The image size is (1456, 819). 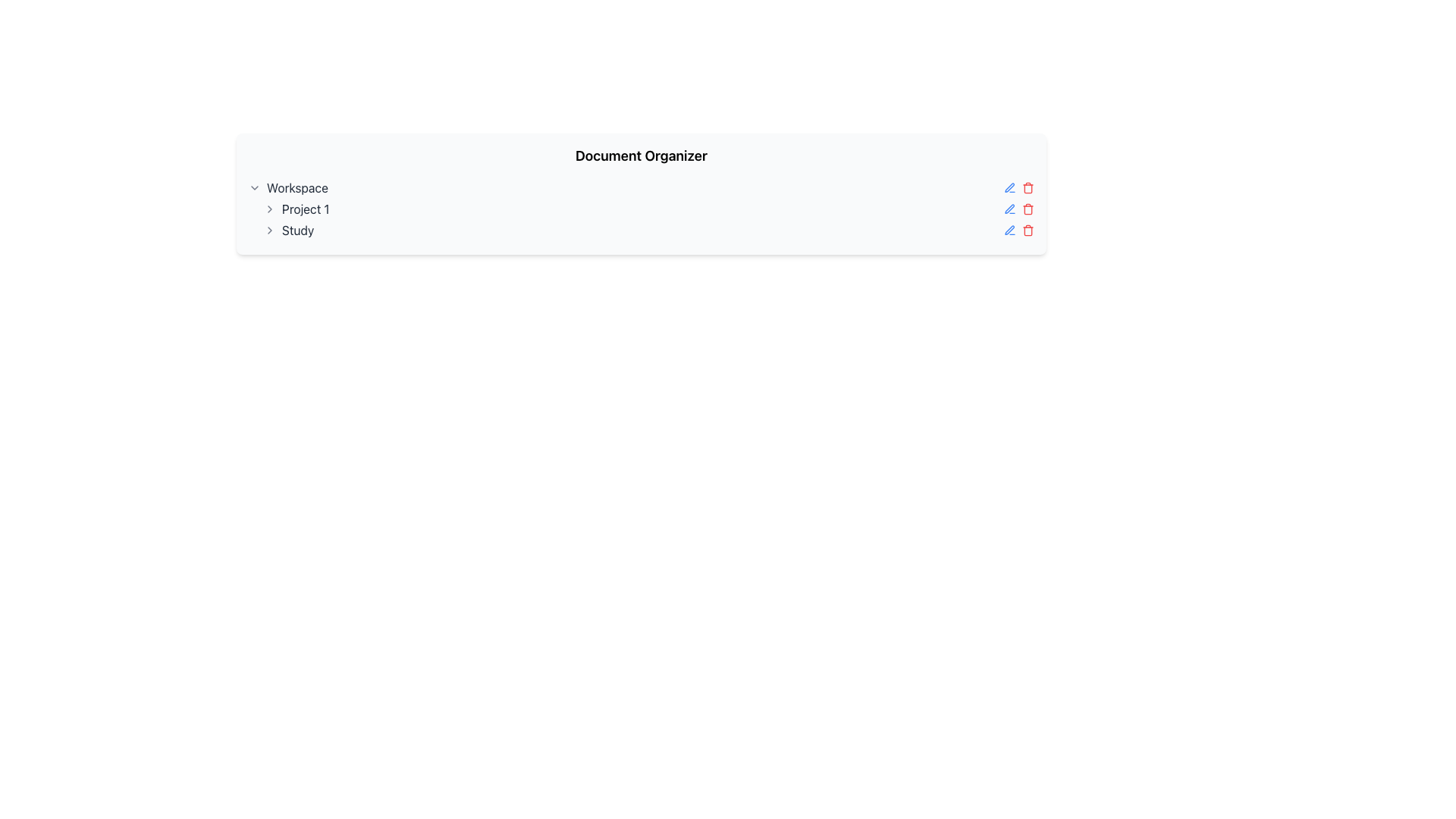 What do you see at coordinates (1019, 231) in the screenshot?
I see `the group of action icons (Edit and Delete) located at the far-right end in the row labeled 'Study'` at bounding box center [1019, 231].